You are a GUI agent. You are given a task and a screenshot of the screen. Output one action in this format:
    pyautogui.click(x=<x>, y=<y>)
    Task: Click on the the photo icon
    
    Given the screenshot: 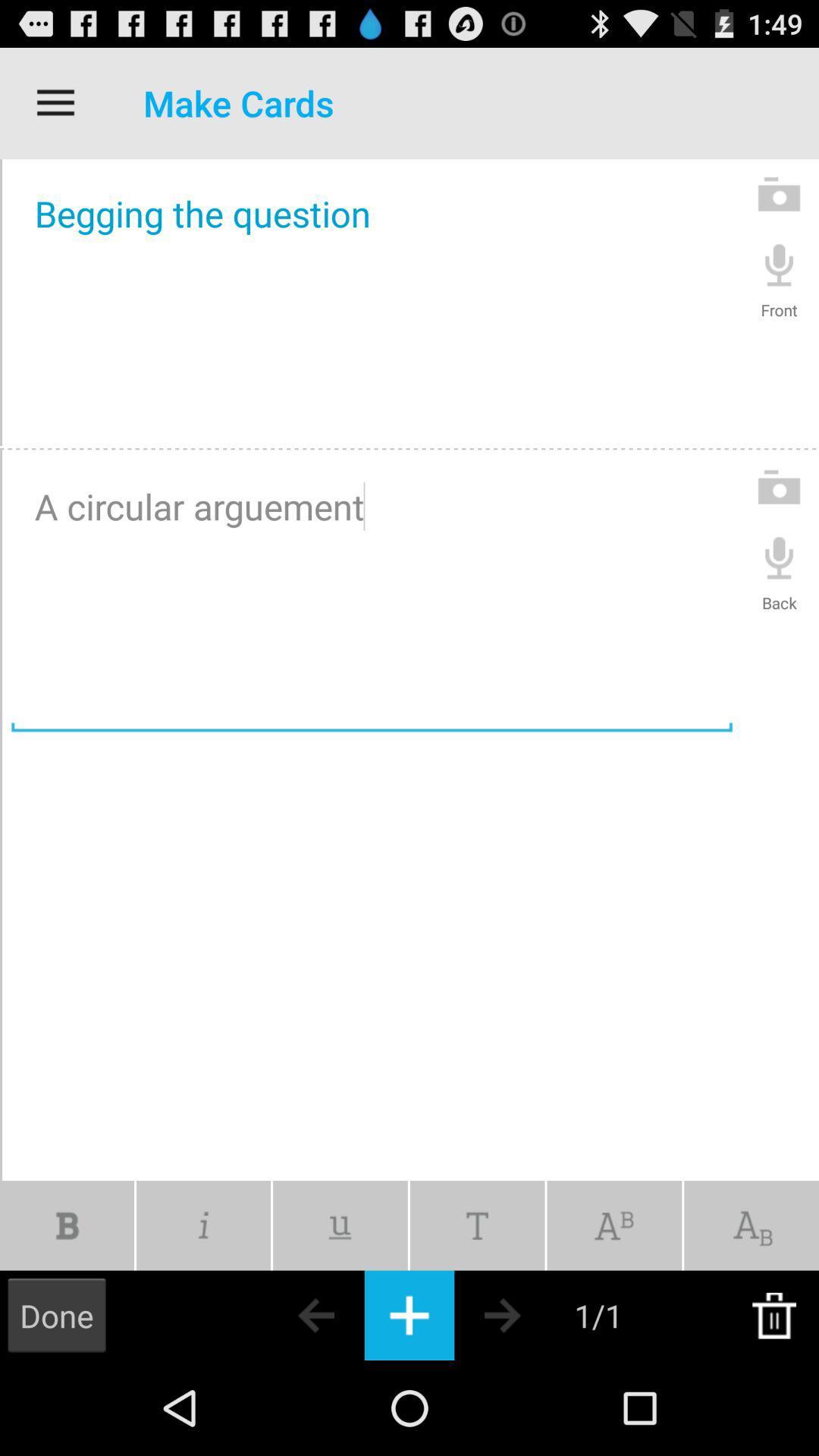 What is the action you would take?
    pyautogui.click(x=779, y=207)
    